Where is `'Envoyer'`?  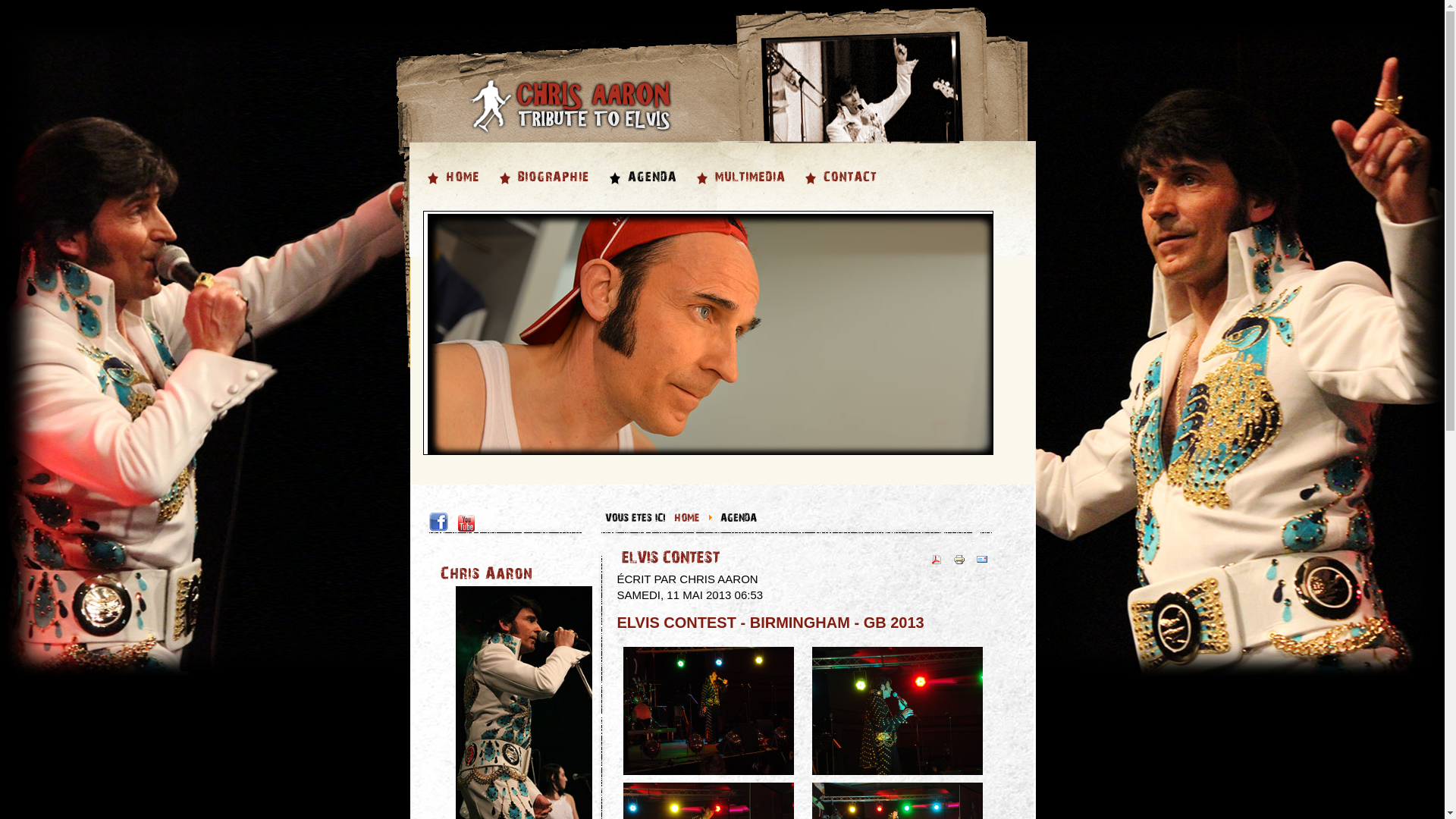
'Envoyer' is located at coordinates (982, 563).